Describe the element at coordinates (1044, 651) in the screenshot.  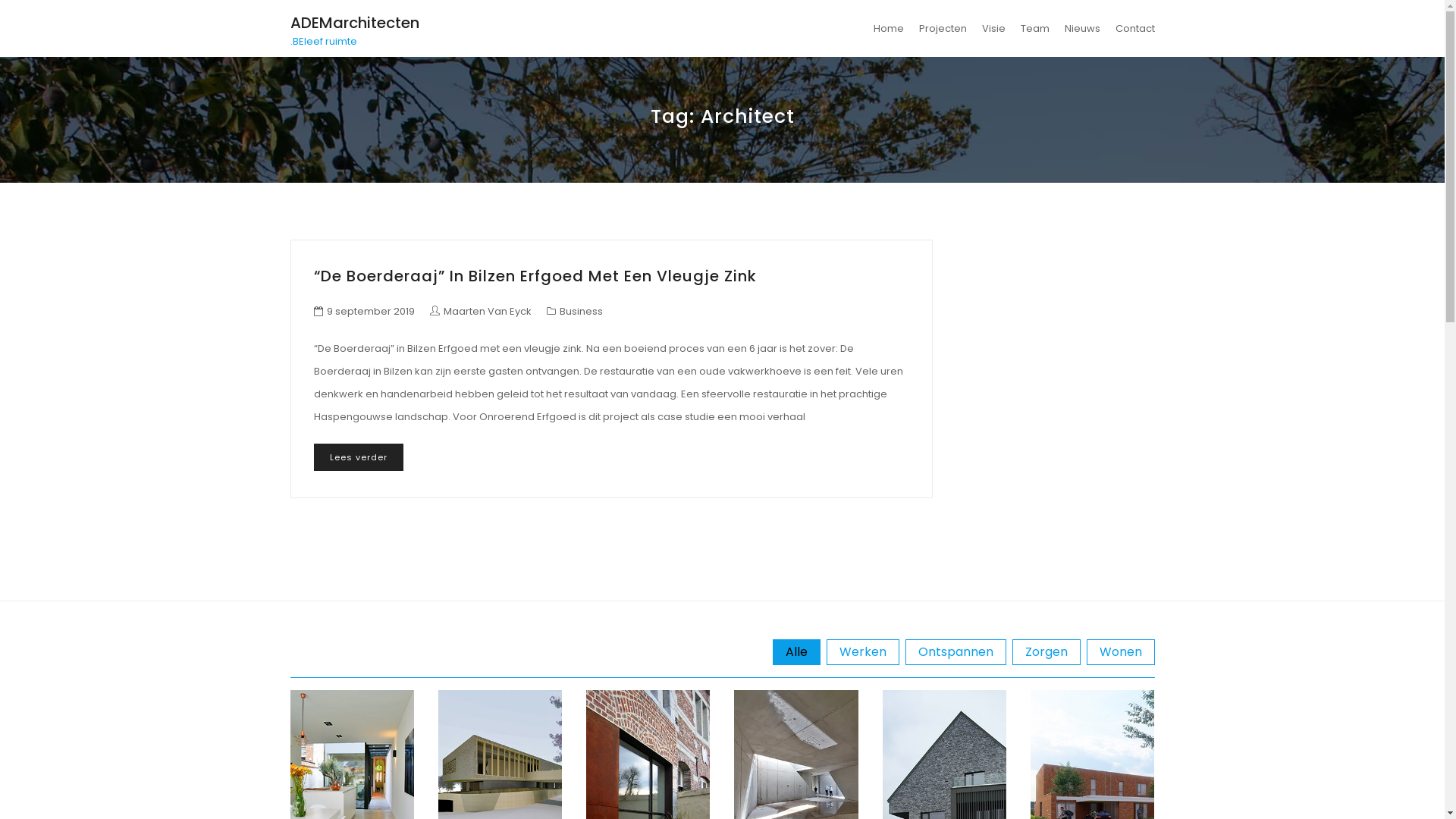
I see `'Zorgen'` at that location.